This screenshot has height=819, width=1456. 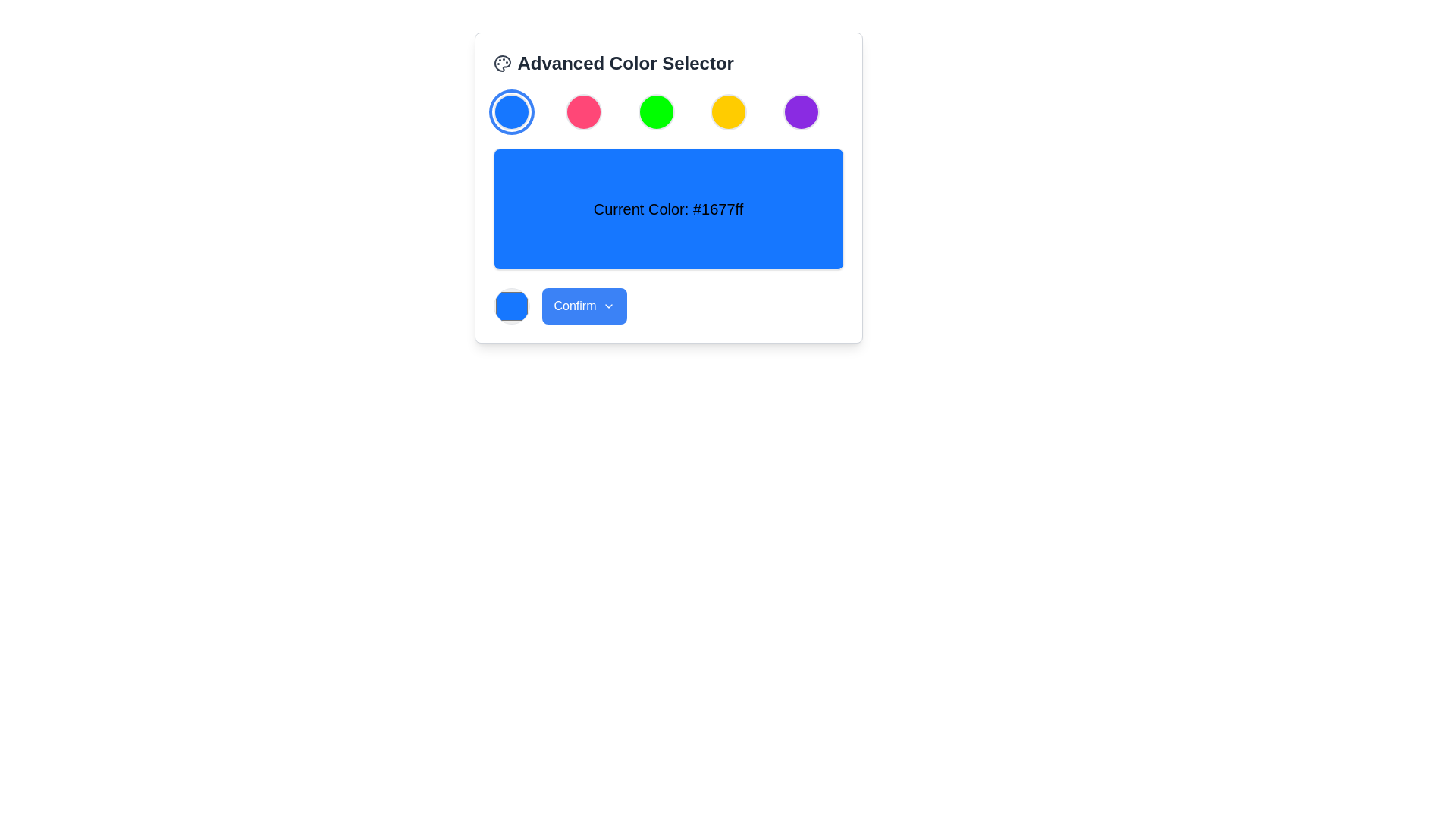 I want to click on the 'Confirm' button label using accessibility tools, so click(x=574, y=306).